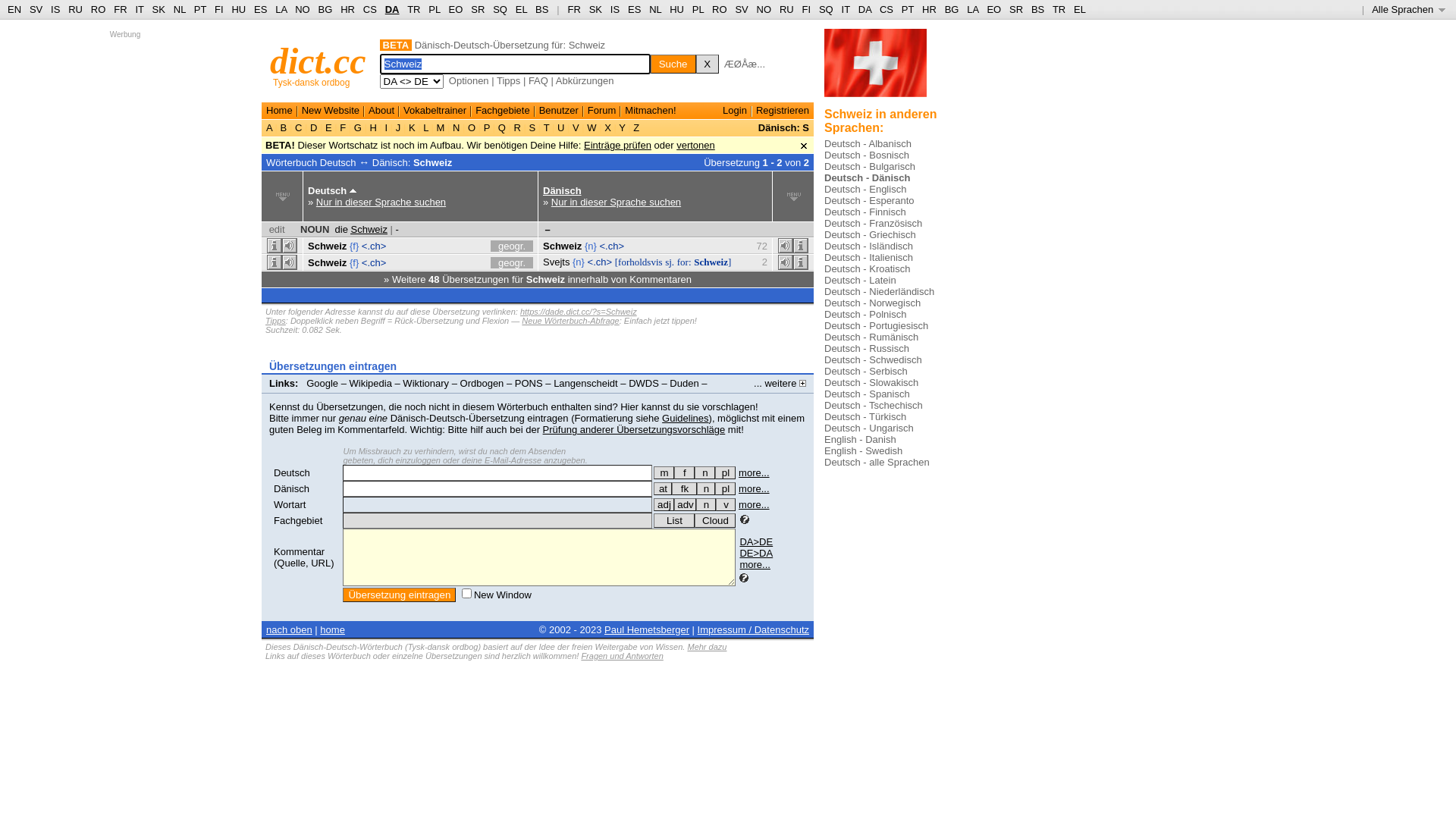  Describe the element at coordinates (756, 553) in the screenshot. I see `'DE>DA'` at that location.